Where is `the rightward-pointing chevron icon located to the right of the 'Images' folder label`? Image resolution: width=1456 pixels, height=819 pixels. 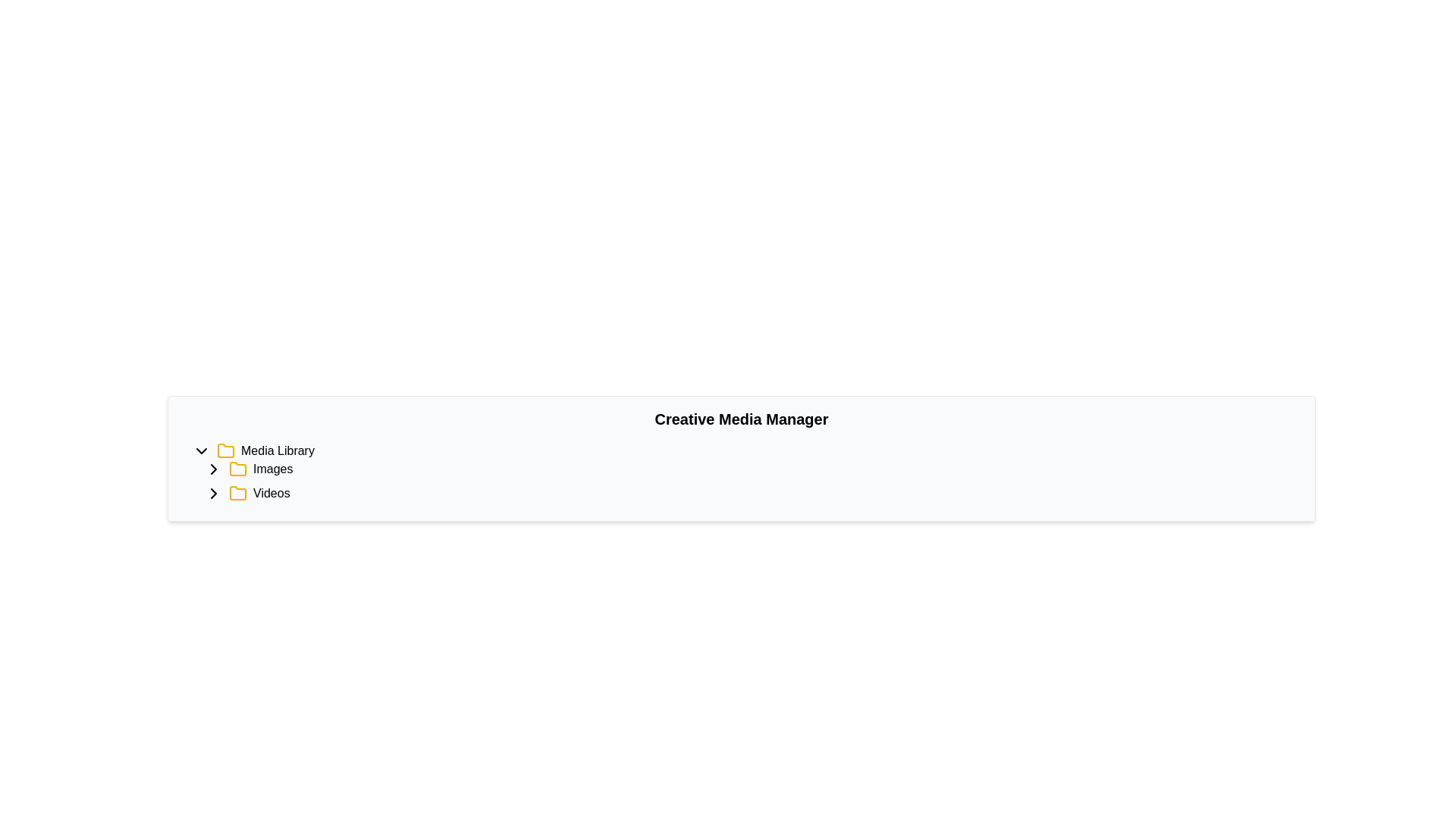
the rightward-pointing chevron icon located to the right of the 'Images' folder label is located at coordinates (213, 468).